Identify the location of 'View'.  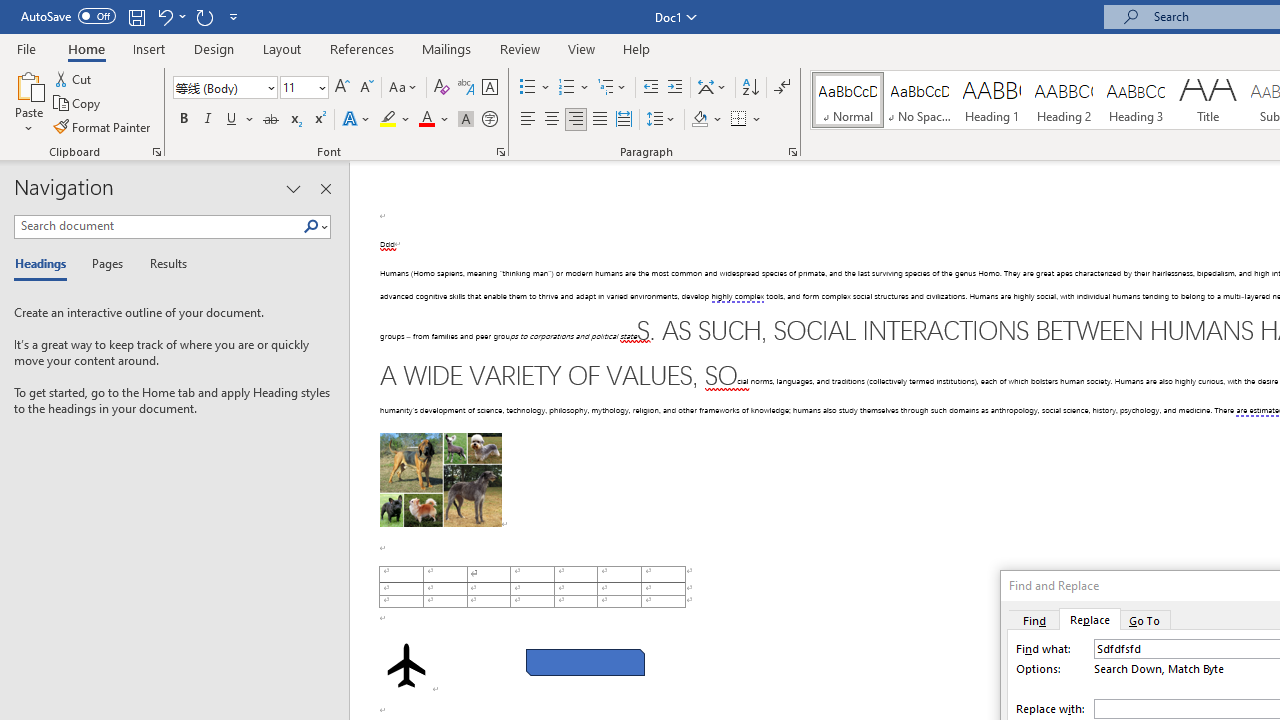
(581, 48).